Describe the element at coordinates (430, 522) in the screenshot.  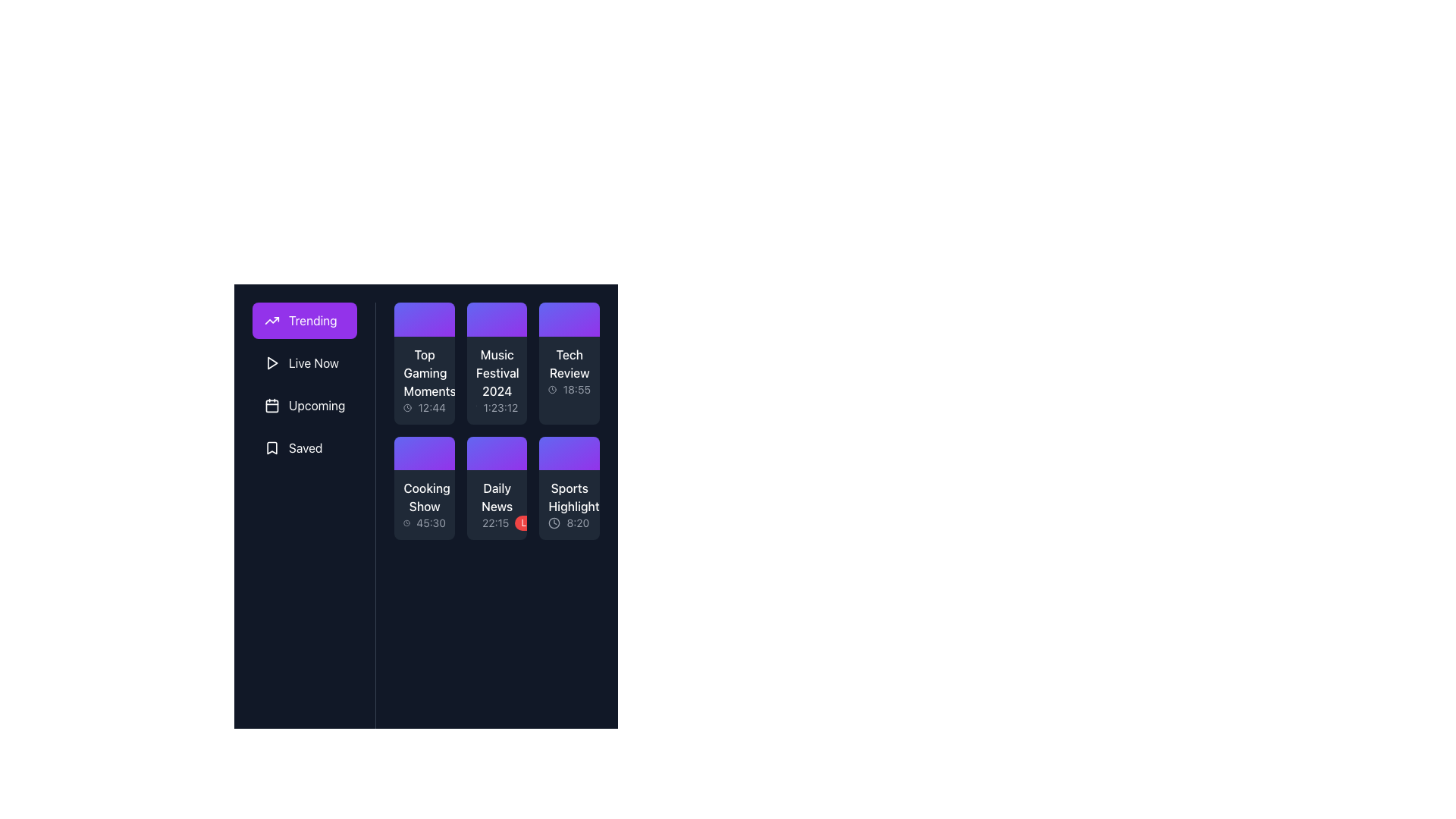
I see `time displayed on the label showing '45:30', which is styled with light gray text on a dark gray background, located within the 'Cooking Show' card` at that location.